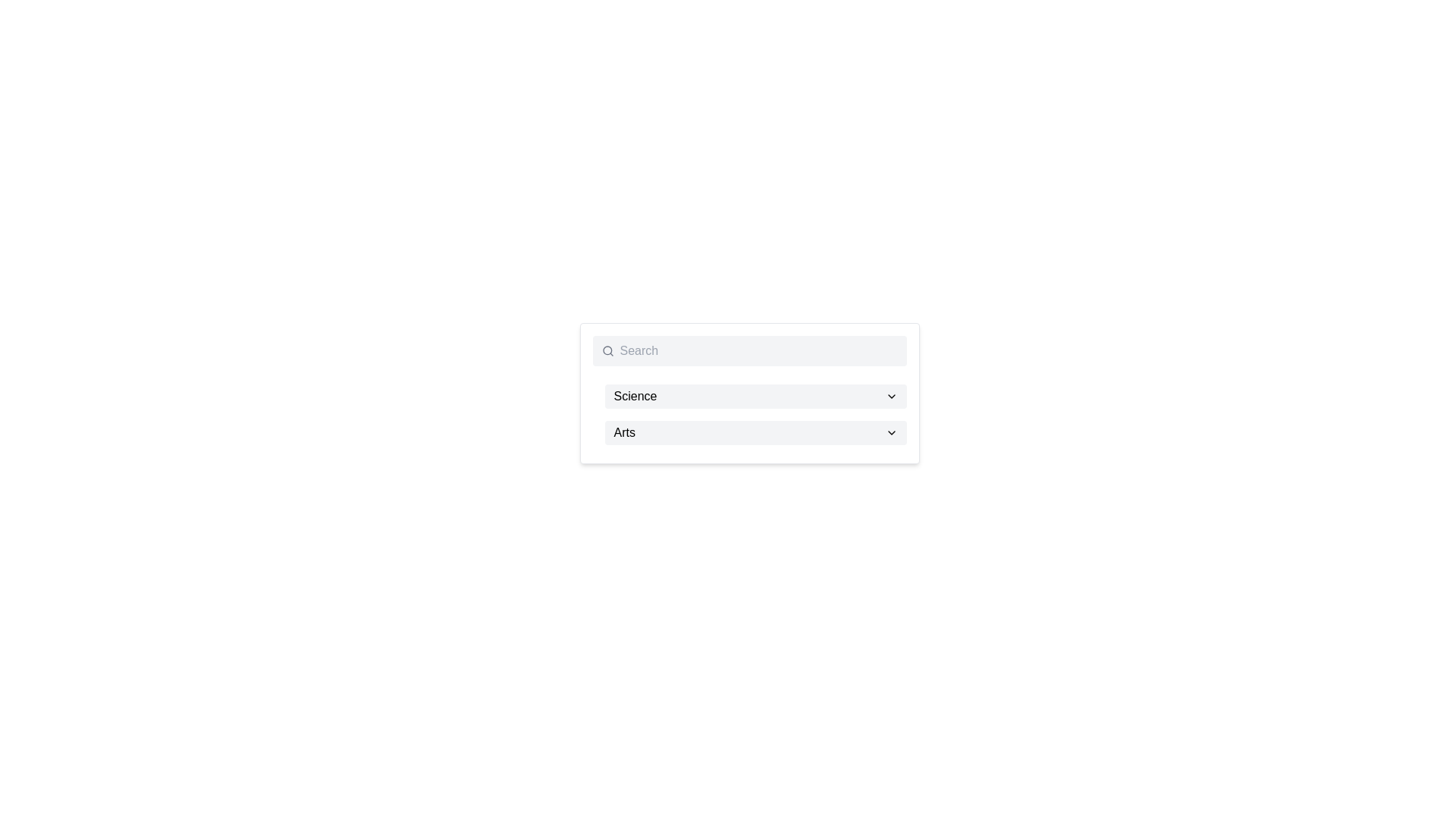 The height and width of the screenshot is (819, 1456). What do you see at coordinates (749, 393) in the screenshot?
I see `the 'Science' dropdown menu item, which is the first selectable item in a vertical stack of dropdown containers` at bounding box center [749, 393].